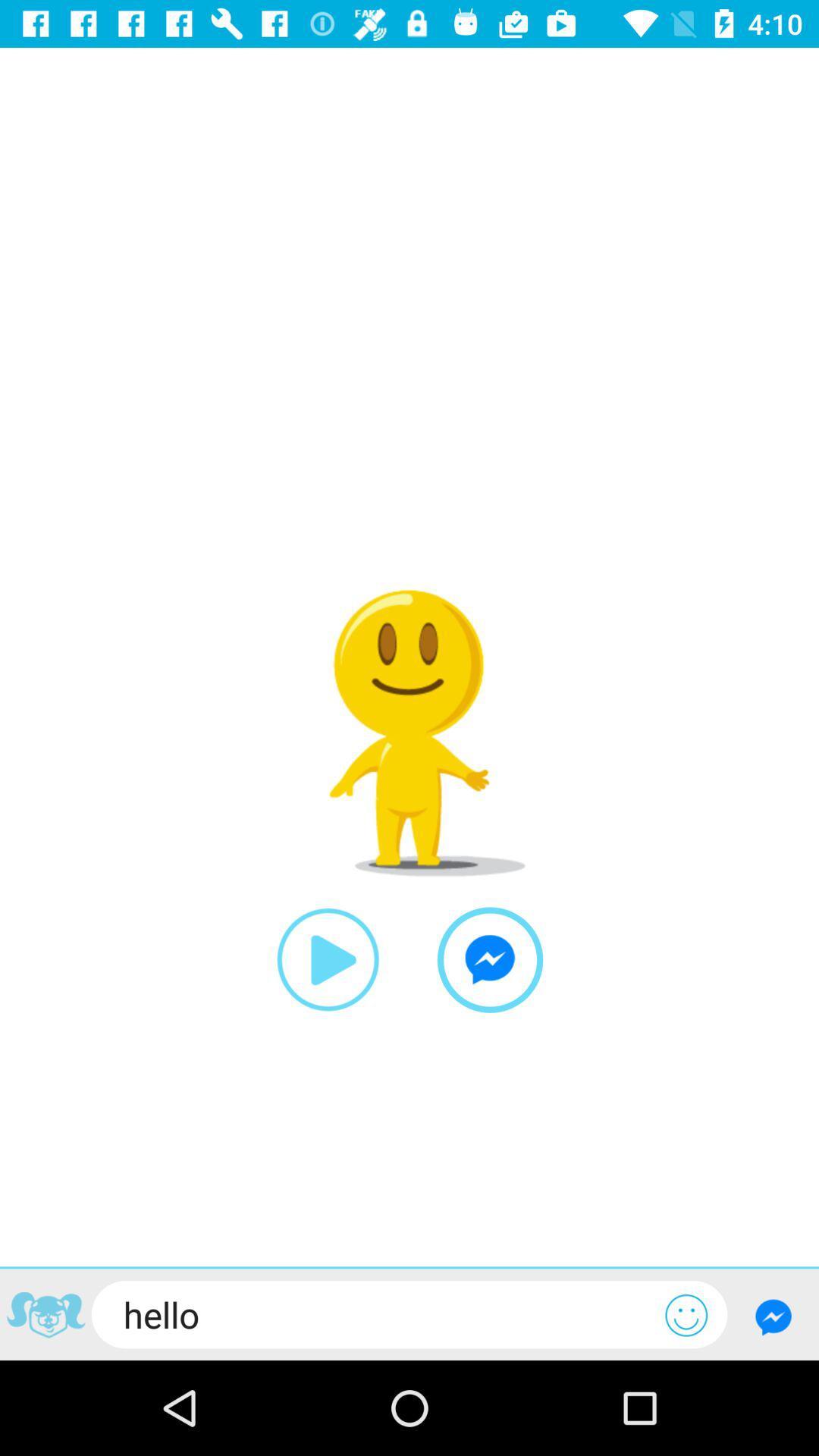 This screenshot has width=819, height=1456. I want to click on send emoji, so click(686, 1314).